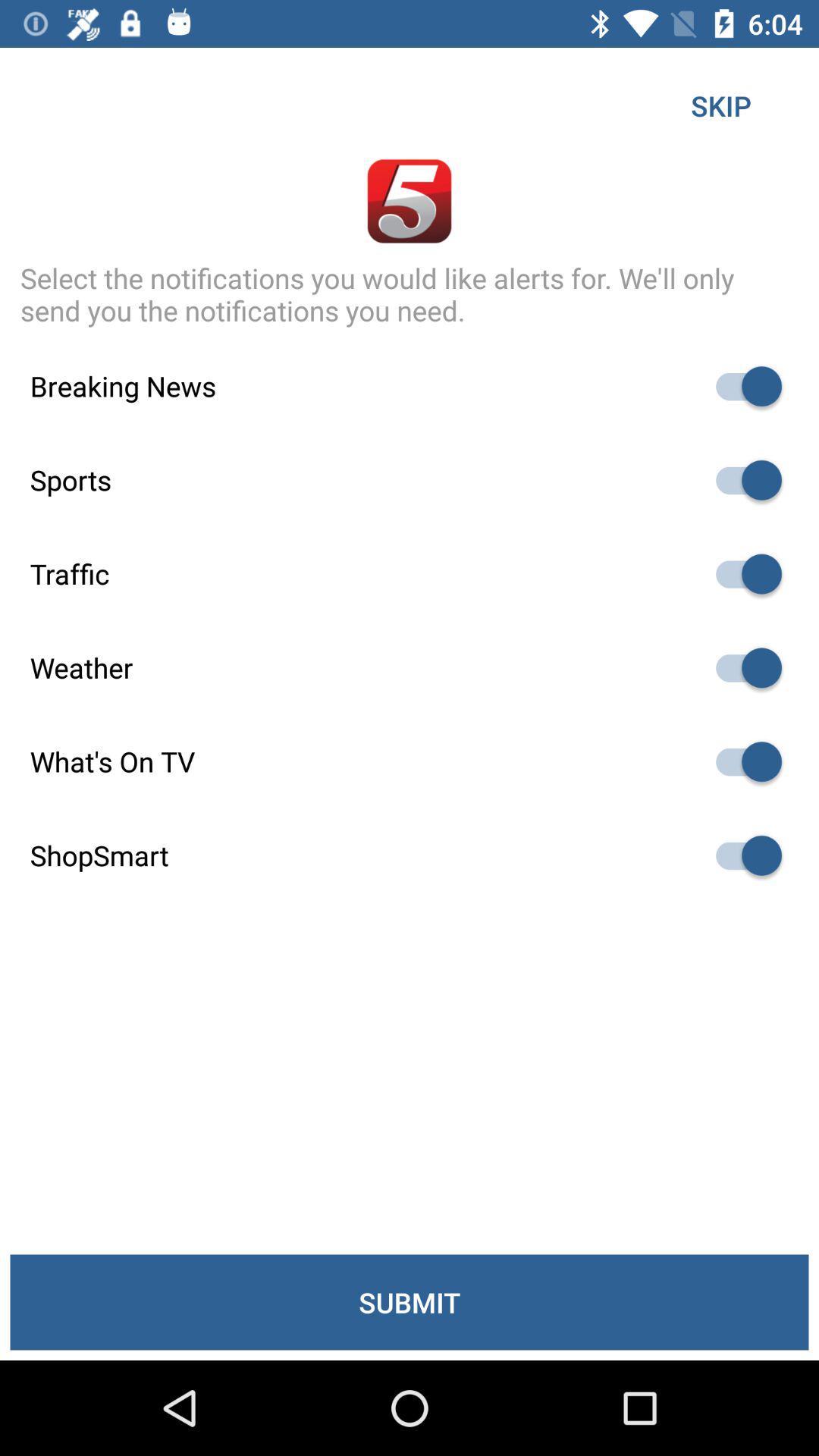 The height and width of the screenshot is (1456, 819). What do you see at coordinates (741, 479) in the screenshot?
I see `notifications` at bounding box center [741, 479].